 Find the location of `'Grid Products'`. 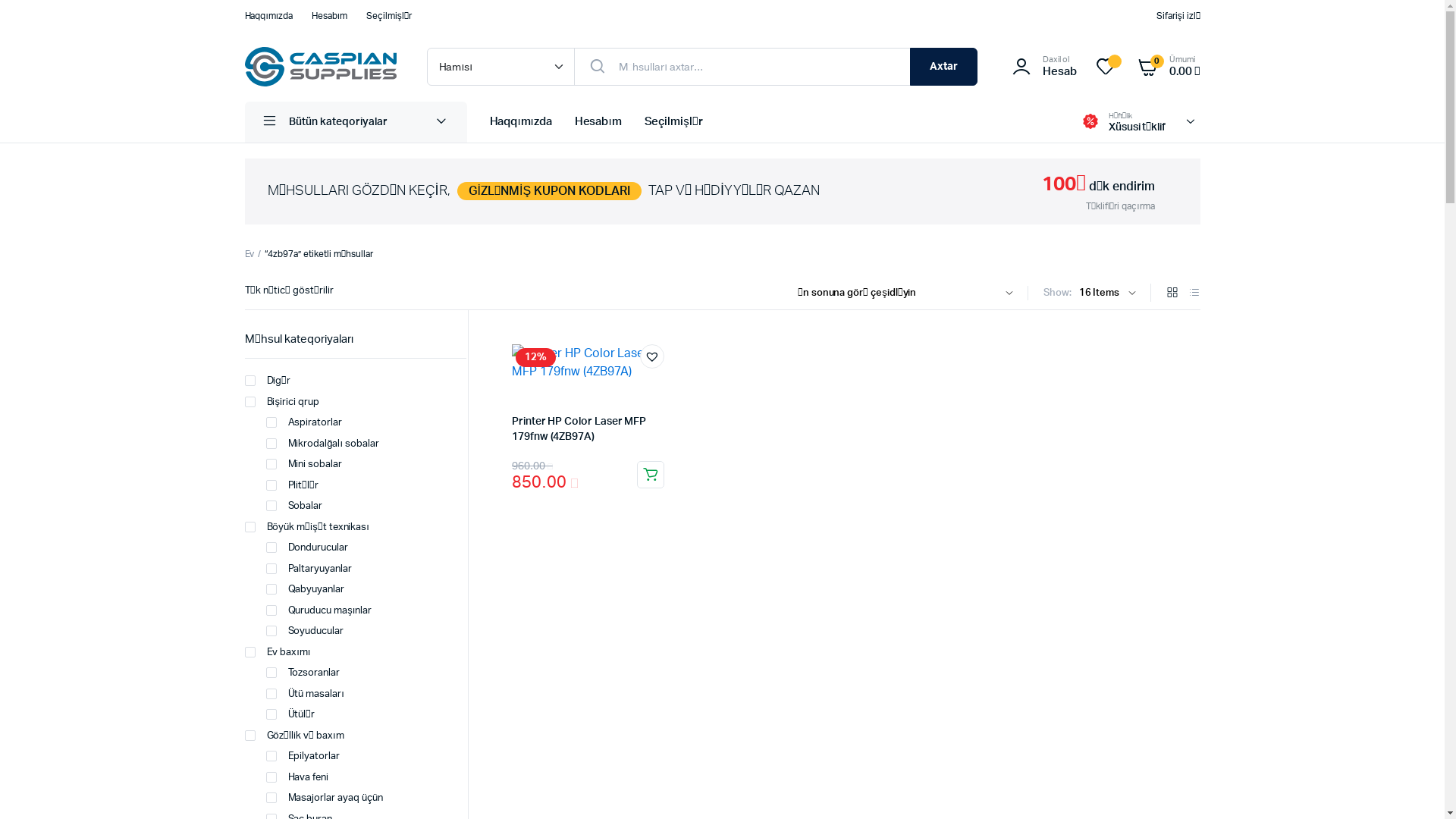

'Grid Products' is located at coordinates (1171, 293).